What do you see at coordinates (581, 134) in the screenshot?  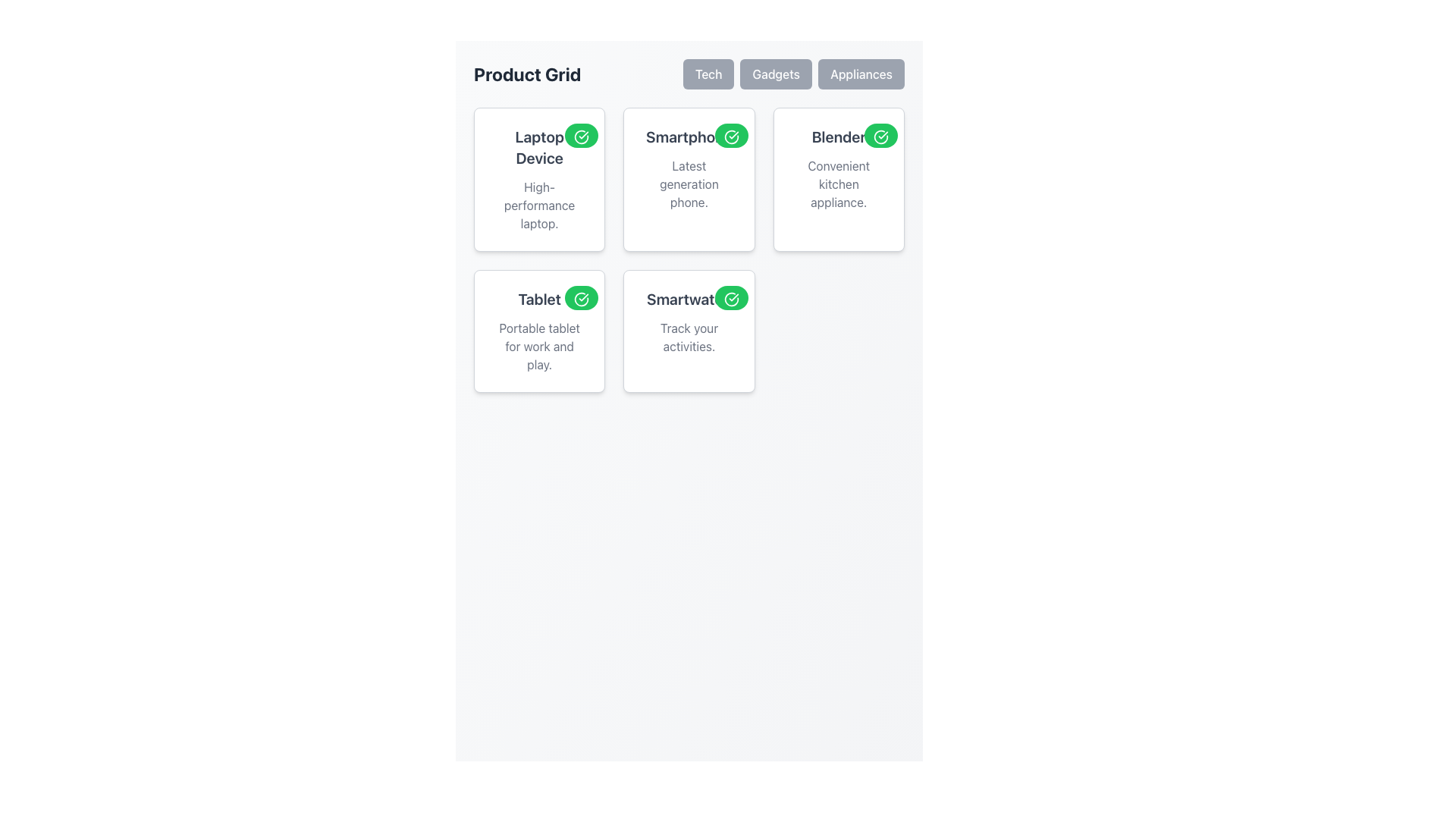 I see `the confirmation button located at the top-right corner of the 'Laptop Device' card` at bounding box center [581, 134].